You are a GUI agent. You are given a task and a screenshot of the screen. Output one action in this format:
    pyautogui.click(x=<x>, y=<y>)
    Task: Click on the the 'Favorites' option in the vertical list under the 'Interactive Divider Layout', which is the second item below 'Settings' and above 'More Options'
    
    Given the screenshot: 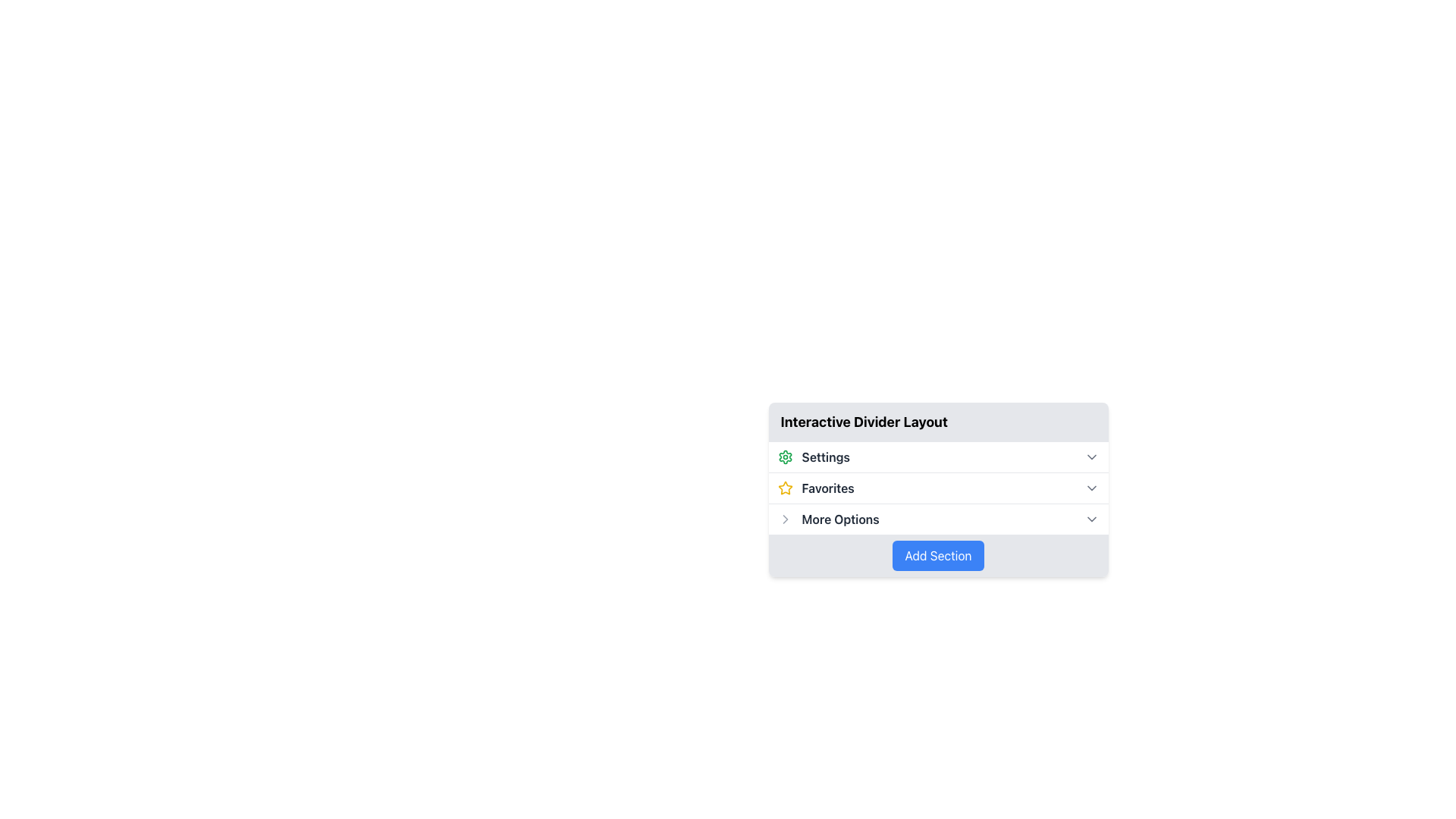 What is the action you would take?
    pyautogui.click(x=815, y=488)
    